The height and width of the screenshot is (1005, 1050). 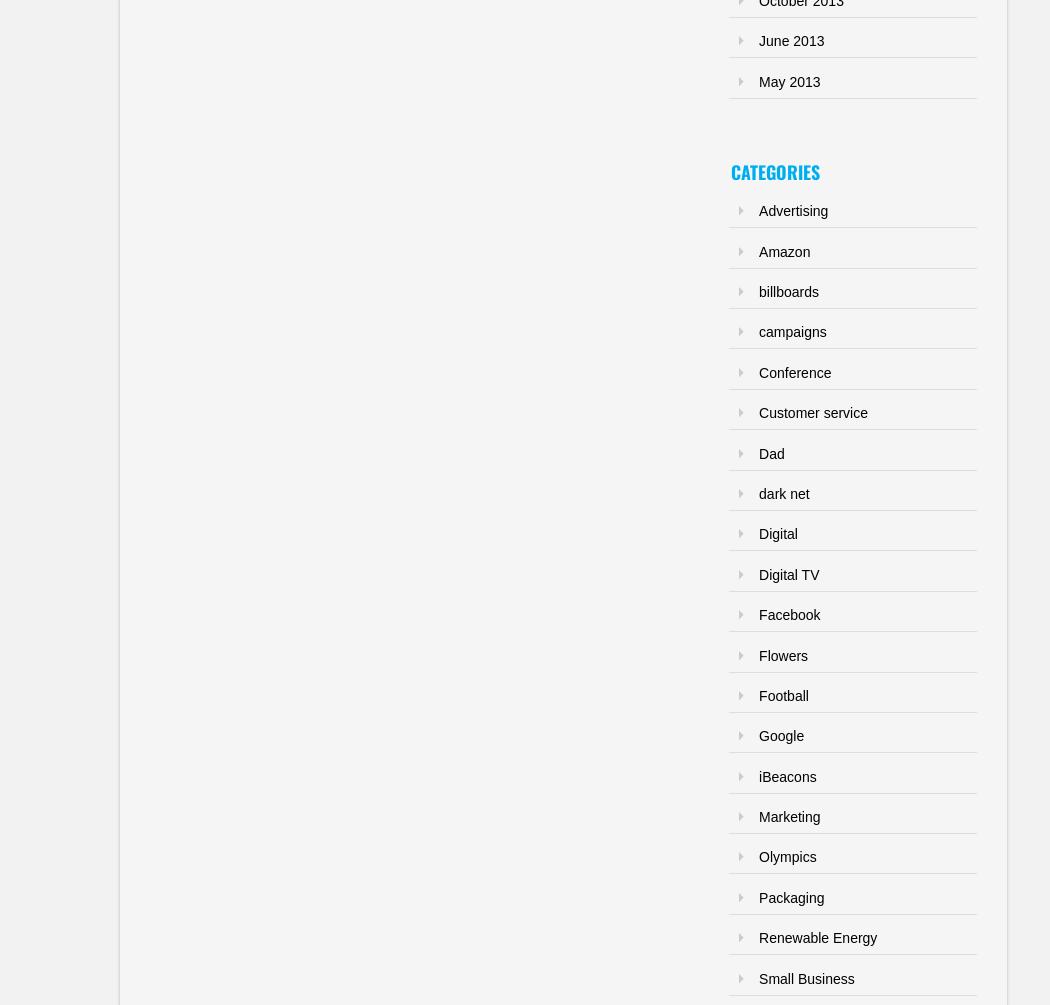 I want to click on 'dark net', so click(x=784, y=492).